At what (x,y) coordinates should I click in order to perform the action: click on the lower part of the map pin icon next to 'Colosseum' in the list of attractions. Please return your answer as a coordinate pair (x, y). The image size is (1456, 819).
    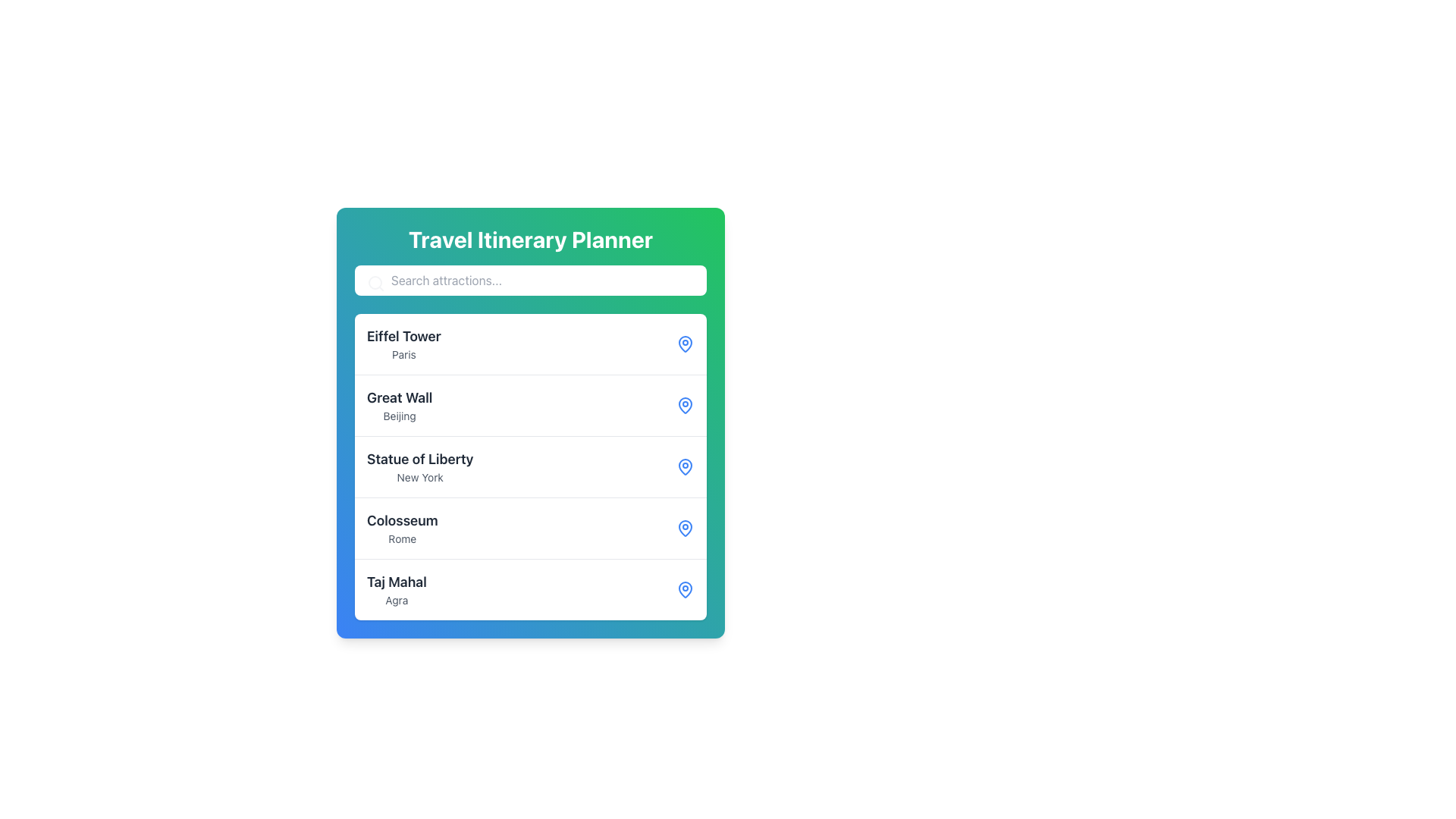
    Looking at the image, I should click on (684, 526).